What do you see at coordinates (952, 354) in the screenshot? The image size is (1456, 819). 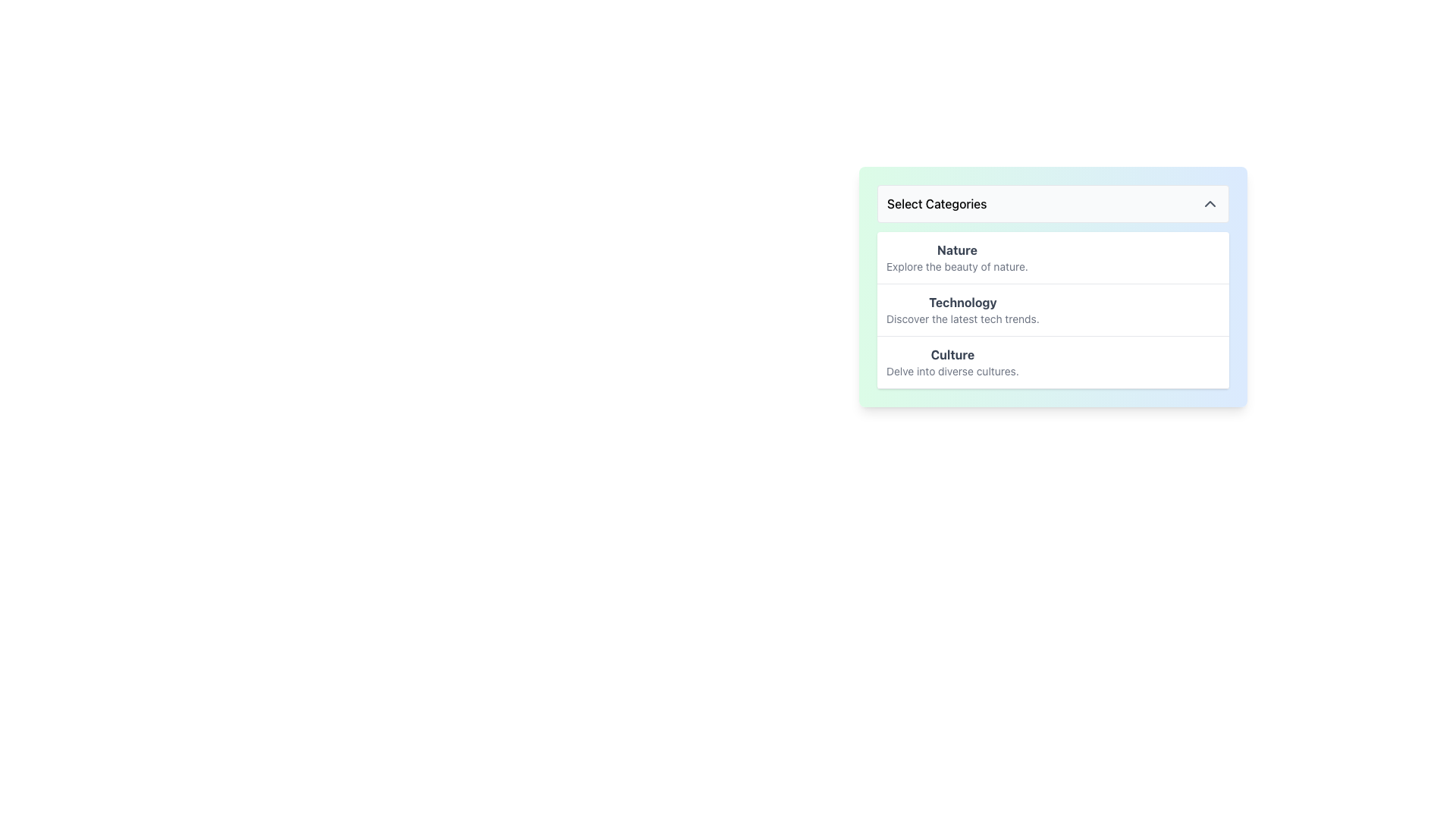 I see `the 'Culture' text label located in the third row of the 'Select Categories' list, which introduces the topic and is positioned above the description 'Delve into diverse cultures.'` at bounding box center [952, 354].